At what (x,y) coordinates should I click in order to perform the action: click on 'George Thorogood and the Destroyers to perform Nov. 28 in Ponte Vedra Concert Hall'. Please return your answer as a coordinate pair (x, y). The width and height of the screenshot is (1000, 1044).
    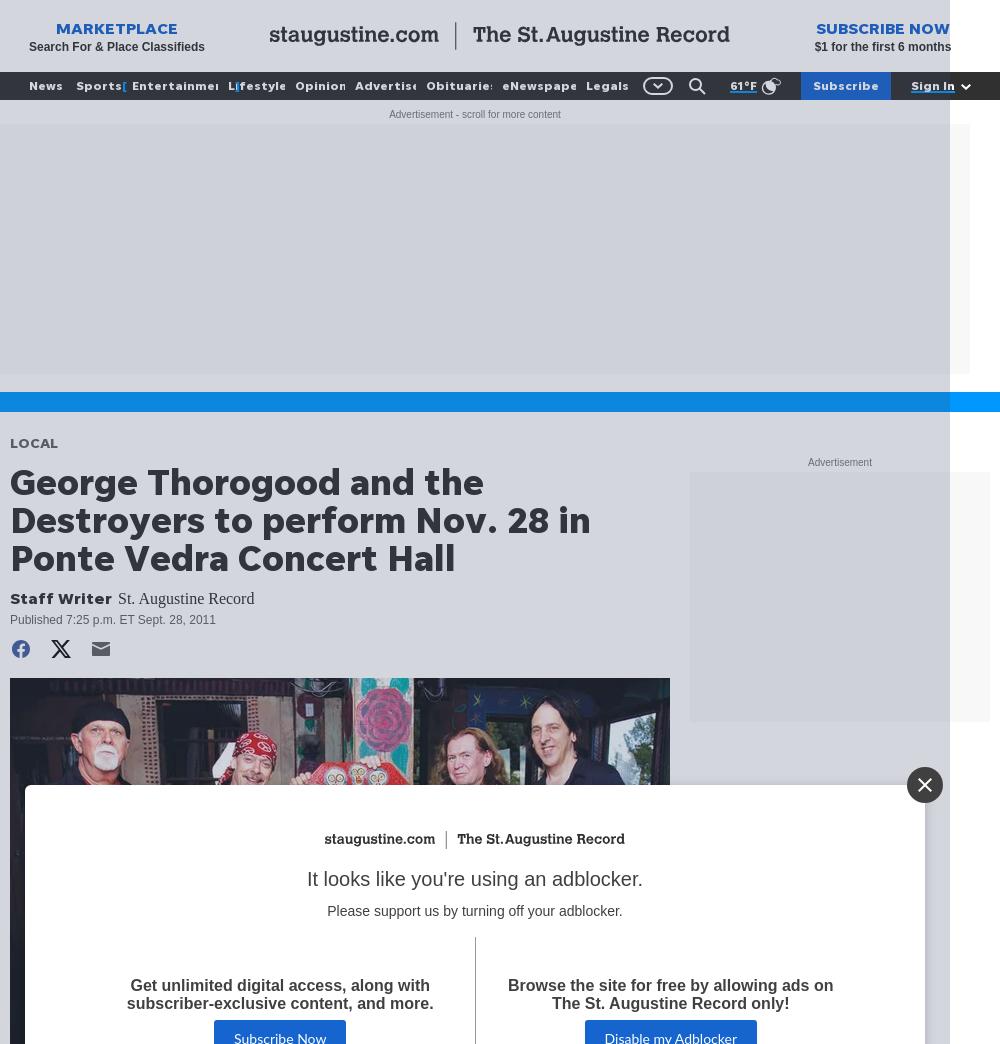
    Looking at the image, I should click on (300, 518).